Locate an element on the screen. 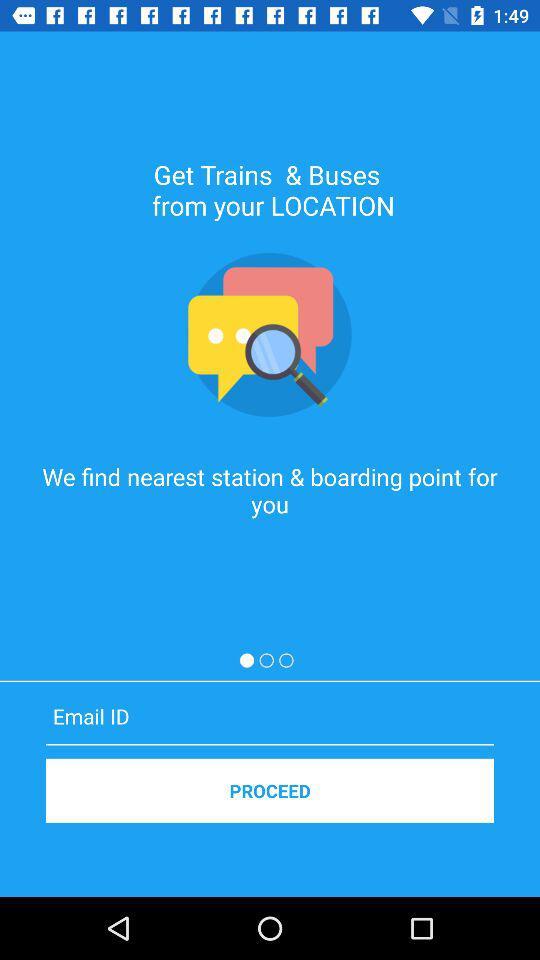 The width and height of the screenshot is (540, 960). email id icon is located at coordinates (270, 716).